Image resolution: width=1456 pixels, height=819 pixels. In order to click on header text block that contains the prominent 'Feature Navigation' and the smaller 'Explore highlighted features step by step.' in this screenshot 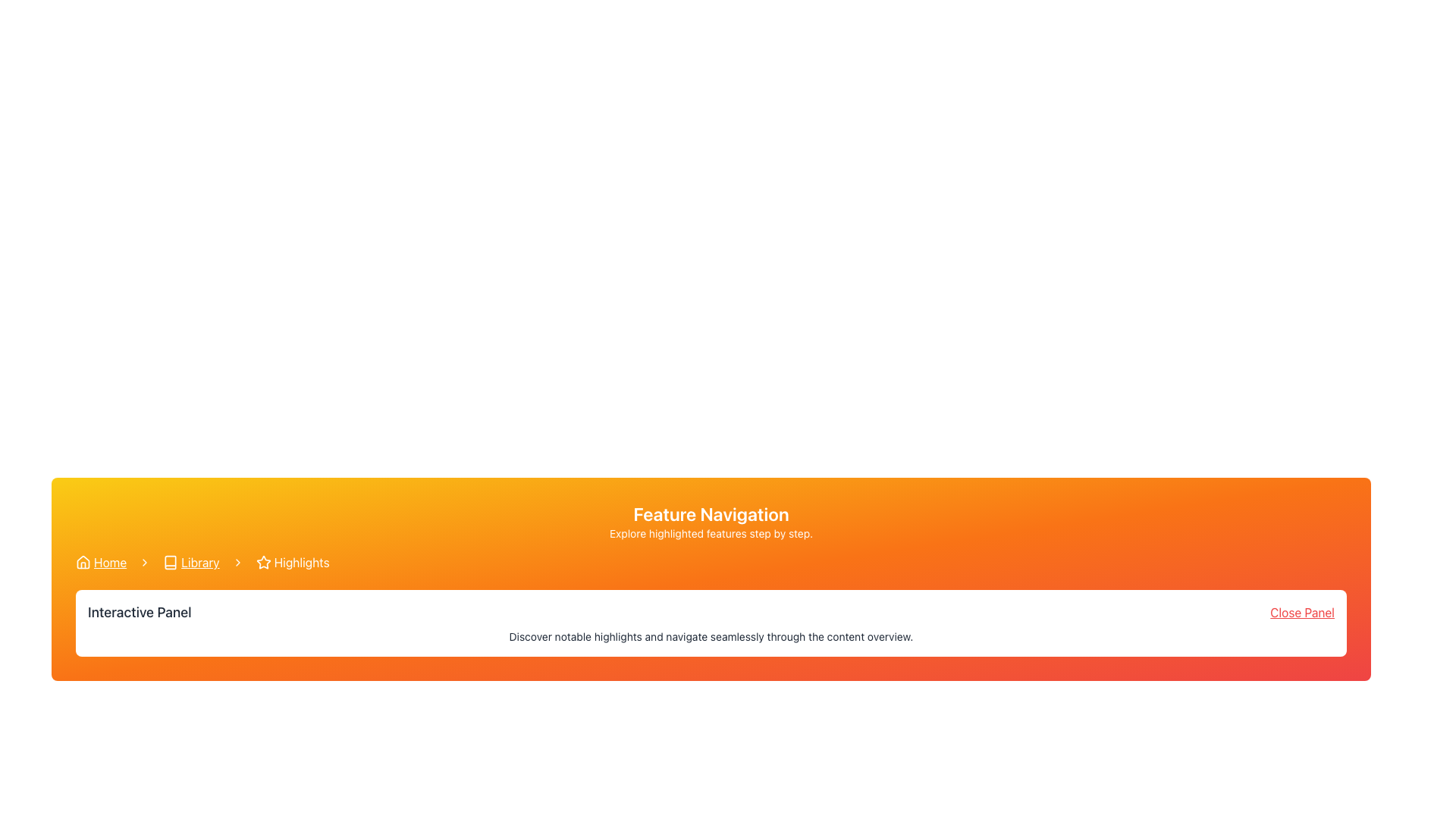, I will do `click(710, 520)`.